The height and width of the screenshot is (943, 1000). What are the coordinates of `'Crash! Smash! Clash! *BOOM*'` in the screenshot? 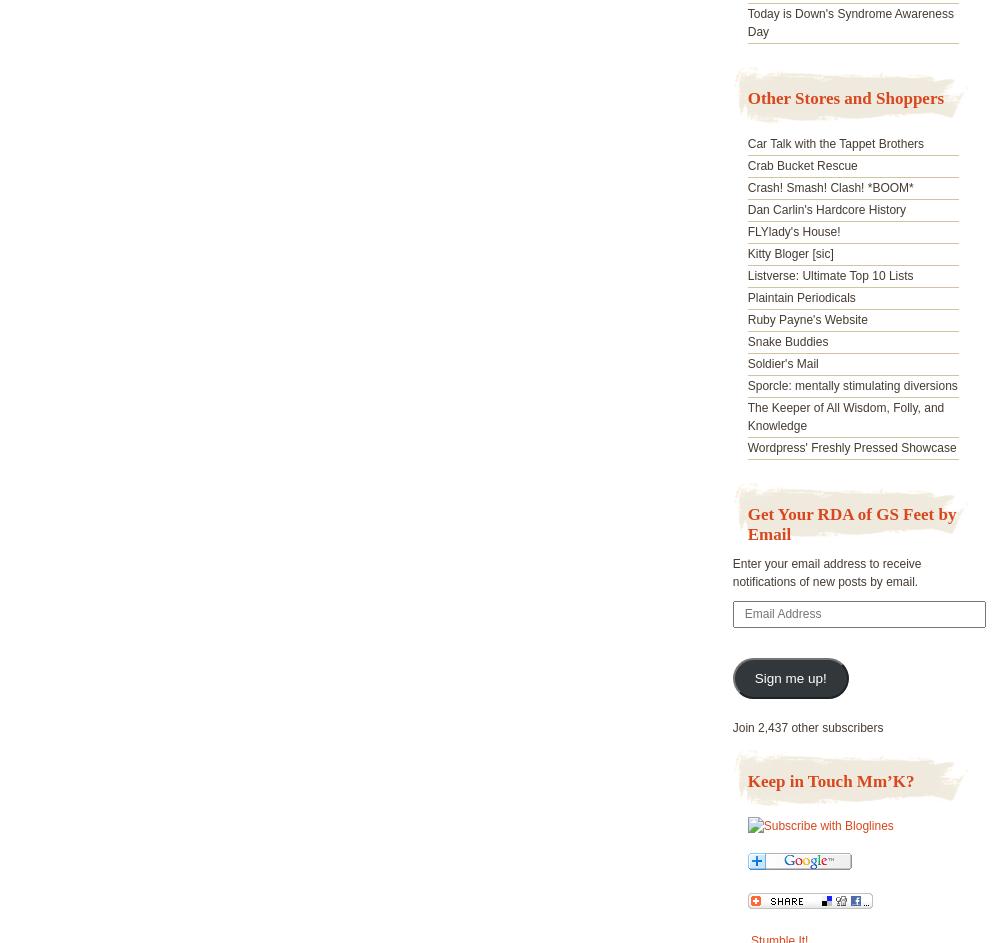 It's located at (746, 187).